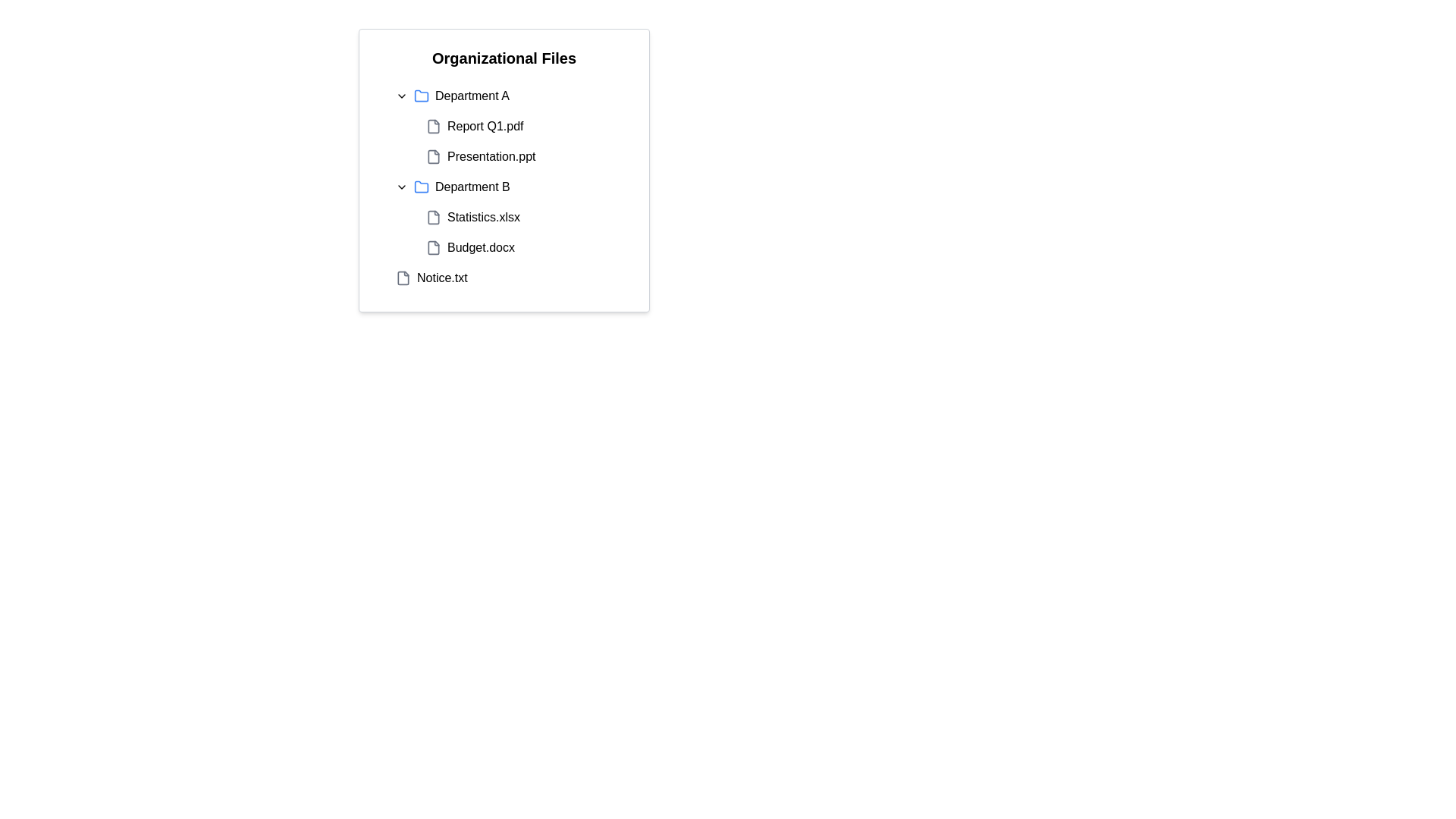  I want to click on the 'Department B' label in the hierarchical folder structure, so click(472, 186).